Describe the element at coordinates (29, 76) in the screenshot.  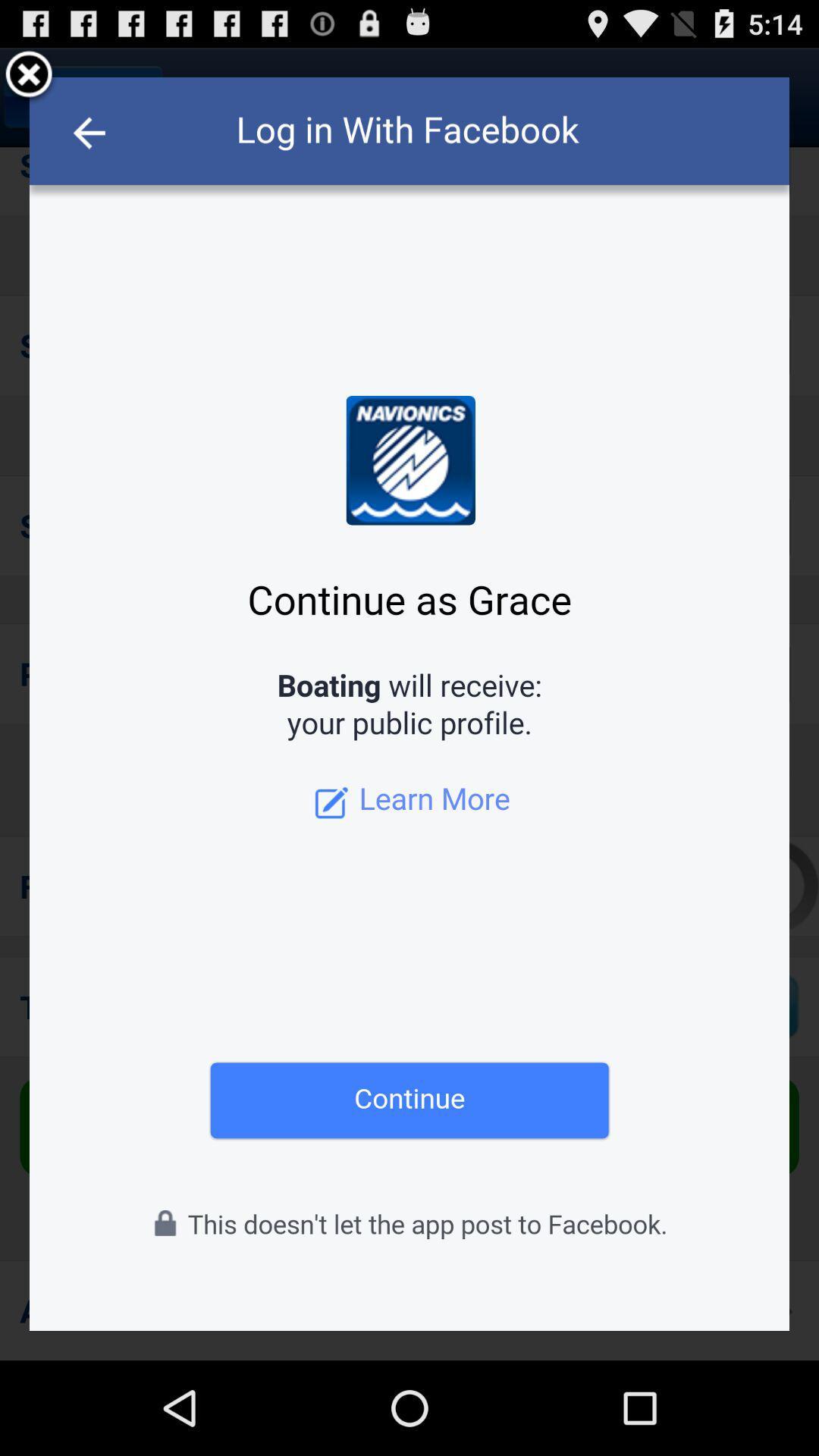
I see `exit` at that location.